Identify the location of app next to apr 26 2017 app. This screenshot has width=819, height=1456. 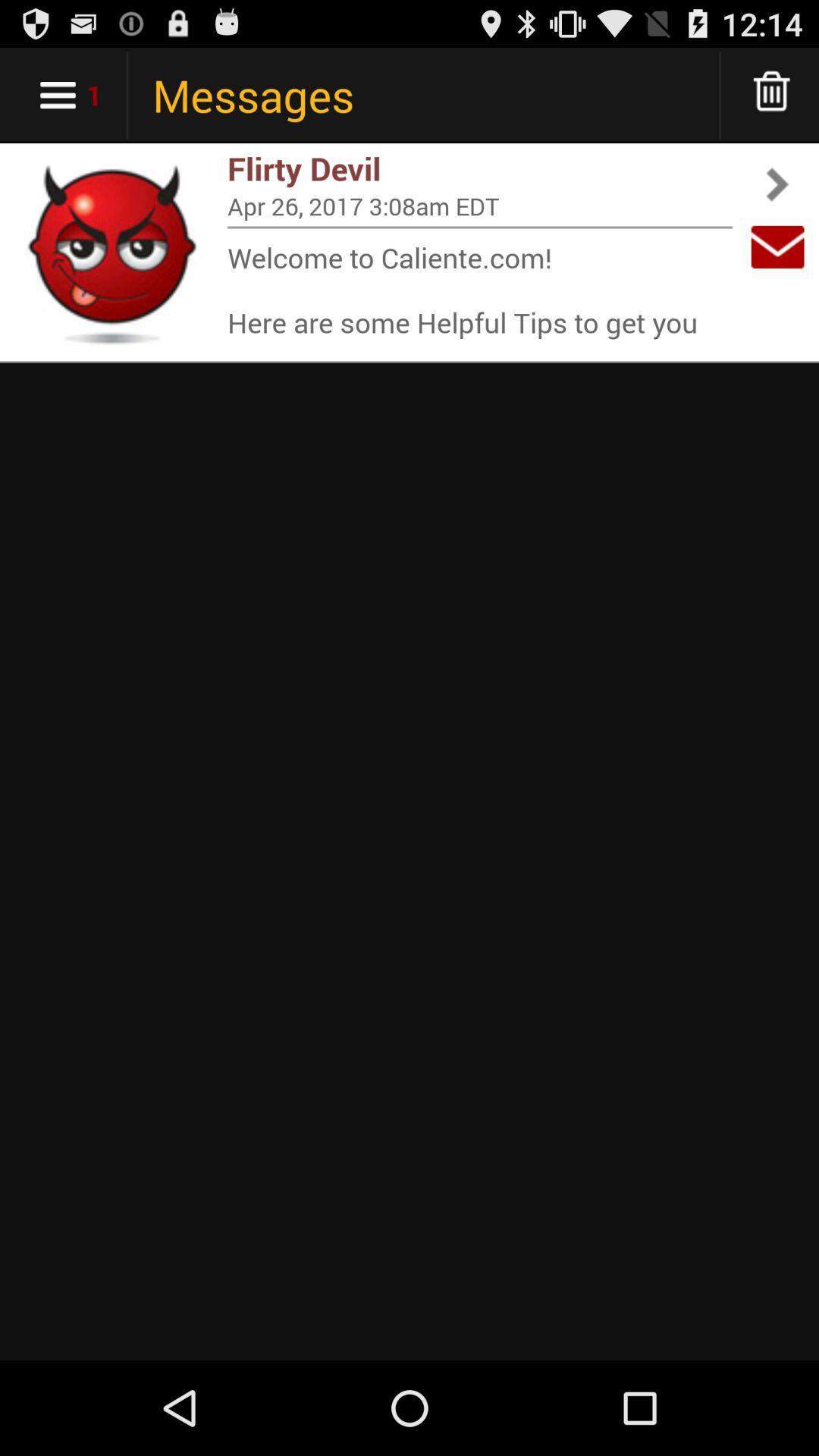
(777, 246).